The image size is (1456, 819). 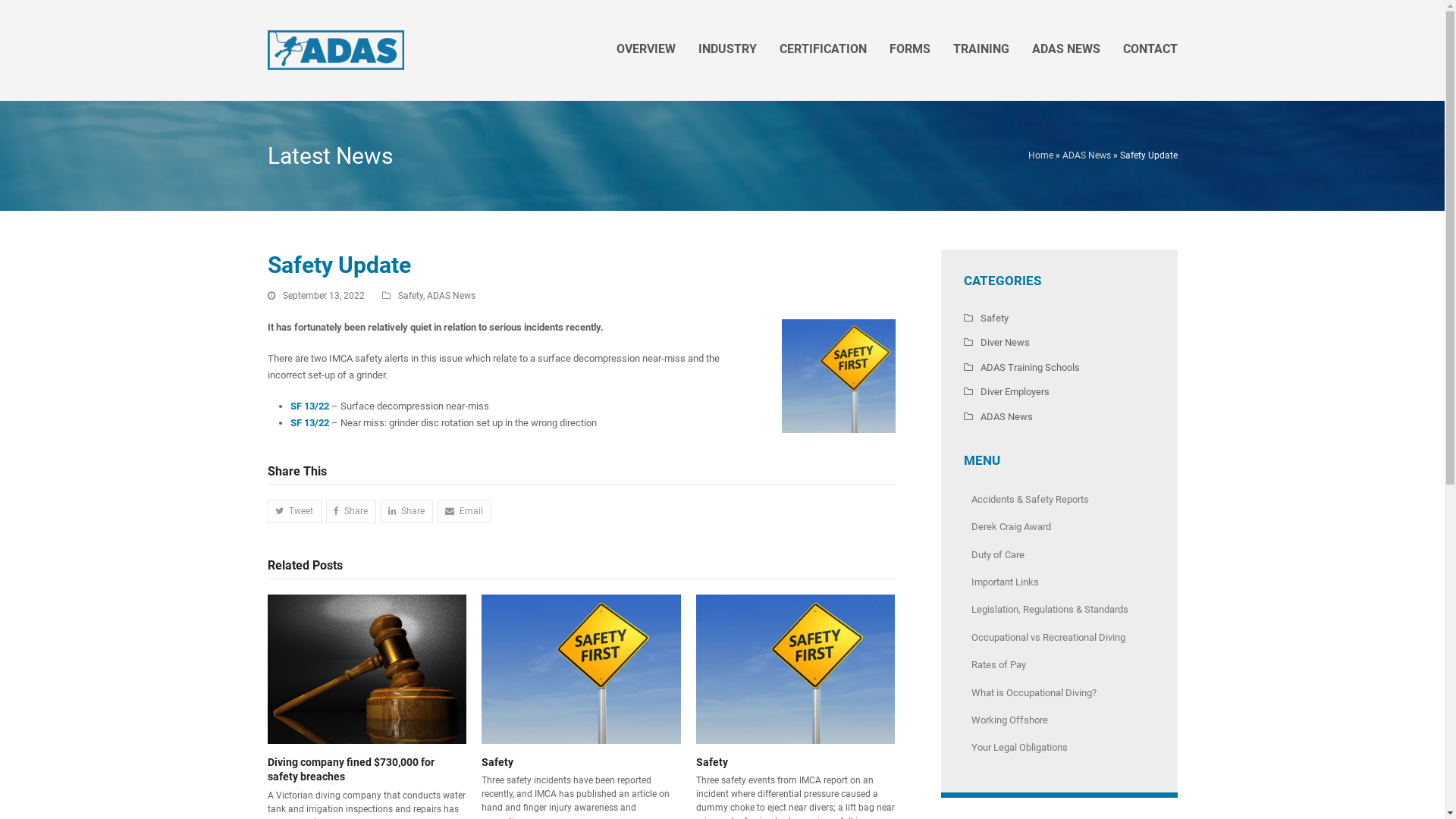 What do you see at coordinates (1028, 155) in the screenshot?
I see `'Home'` at bounding box center [1028, 155].